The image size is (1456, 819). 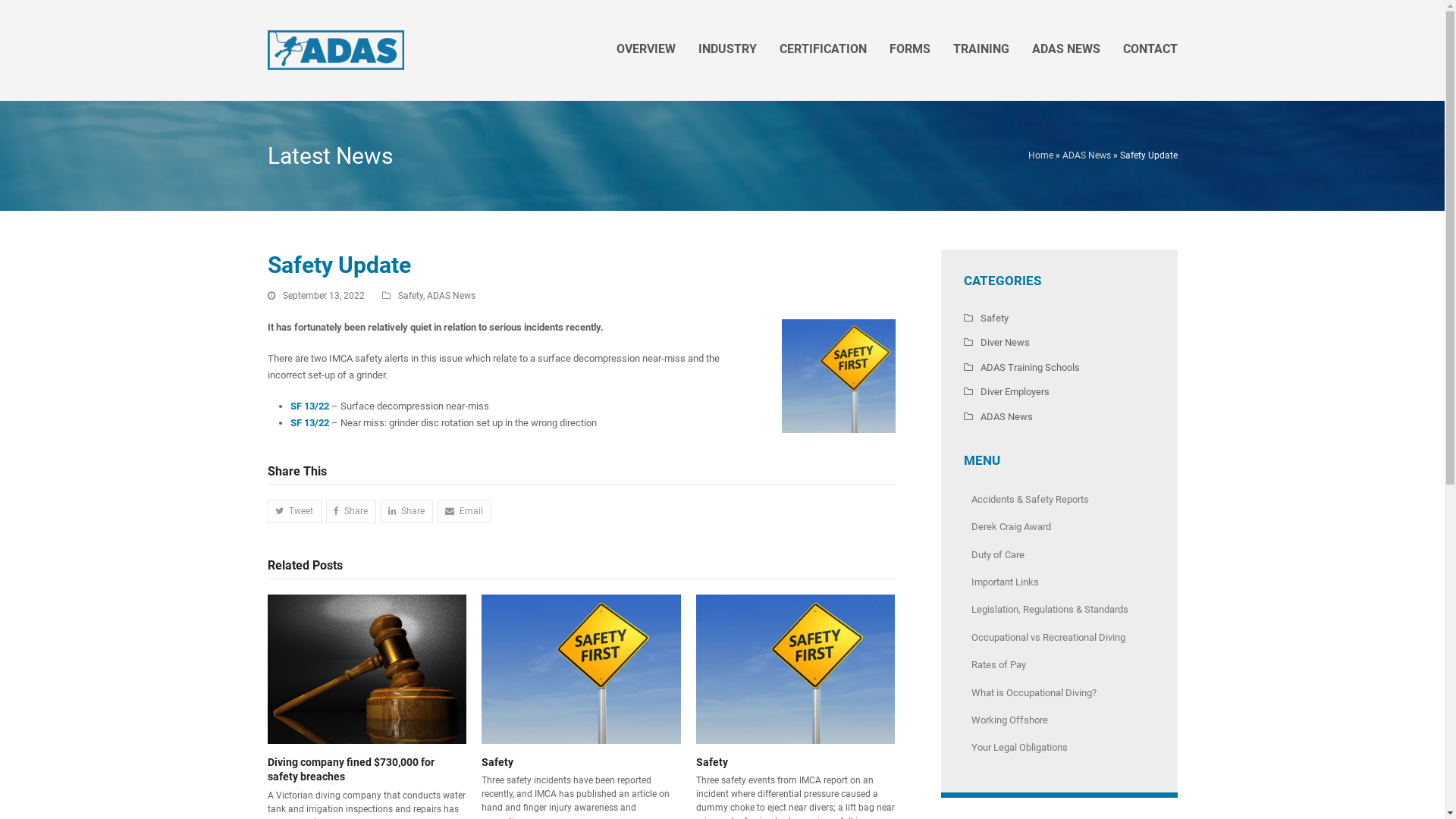 What do you see at coordinates (1028, 155) in the screenshot?
I see `'Home'` at bounding box center [1028, 155].